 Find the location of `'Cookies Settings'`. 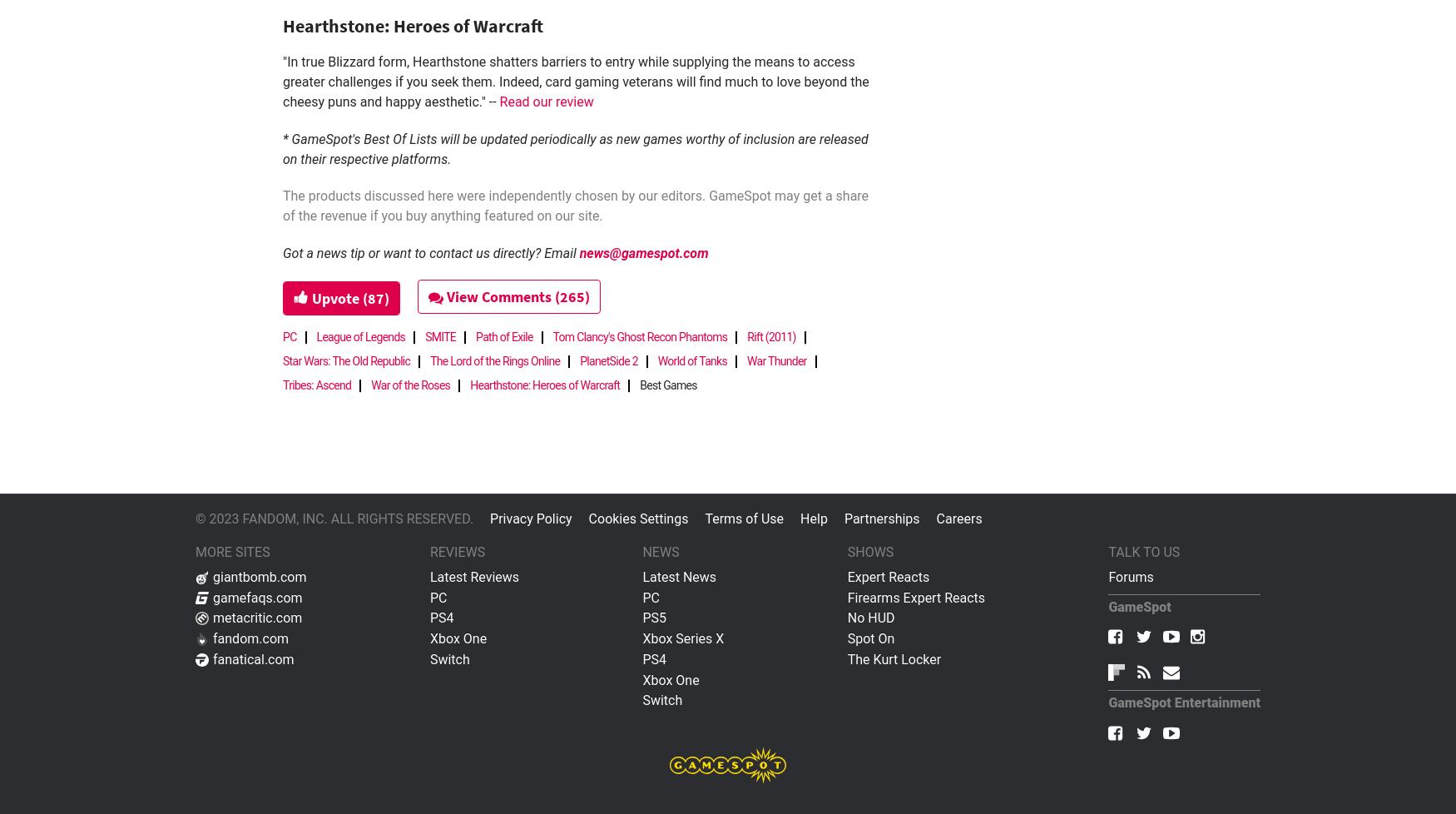

'Cookies Settings' is located at coordinates (637, 518).